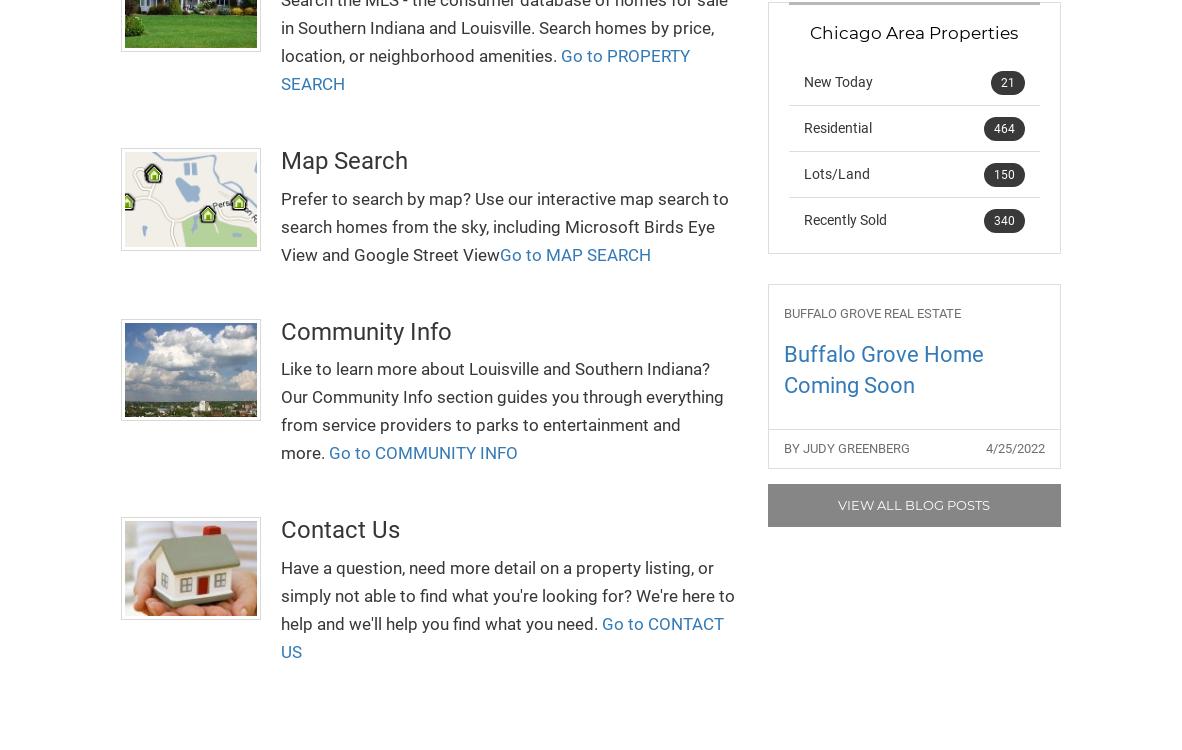  I want to click on 'Lots/Land', so click(835, 174).